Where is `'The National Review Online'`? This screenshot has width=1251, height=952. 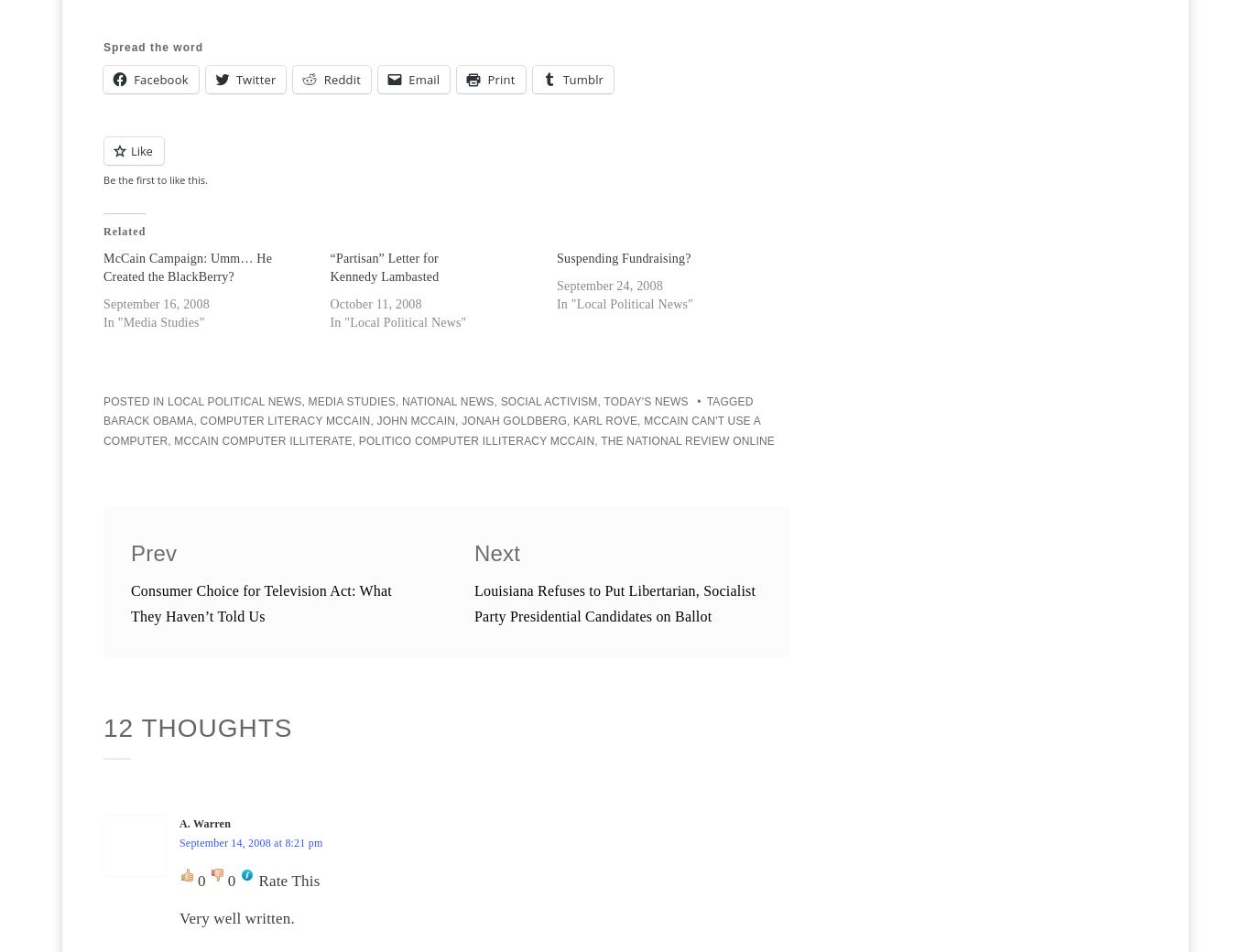
'The National Review Online' is located at coordinates (688, 440).